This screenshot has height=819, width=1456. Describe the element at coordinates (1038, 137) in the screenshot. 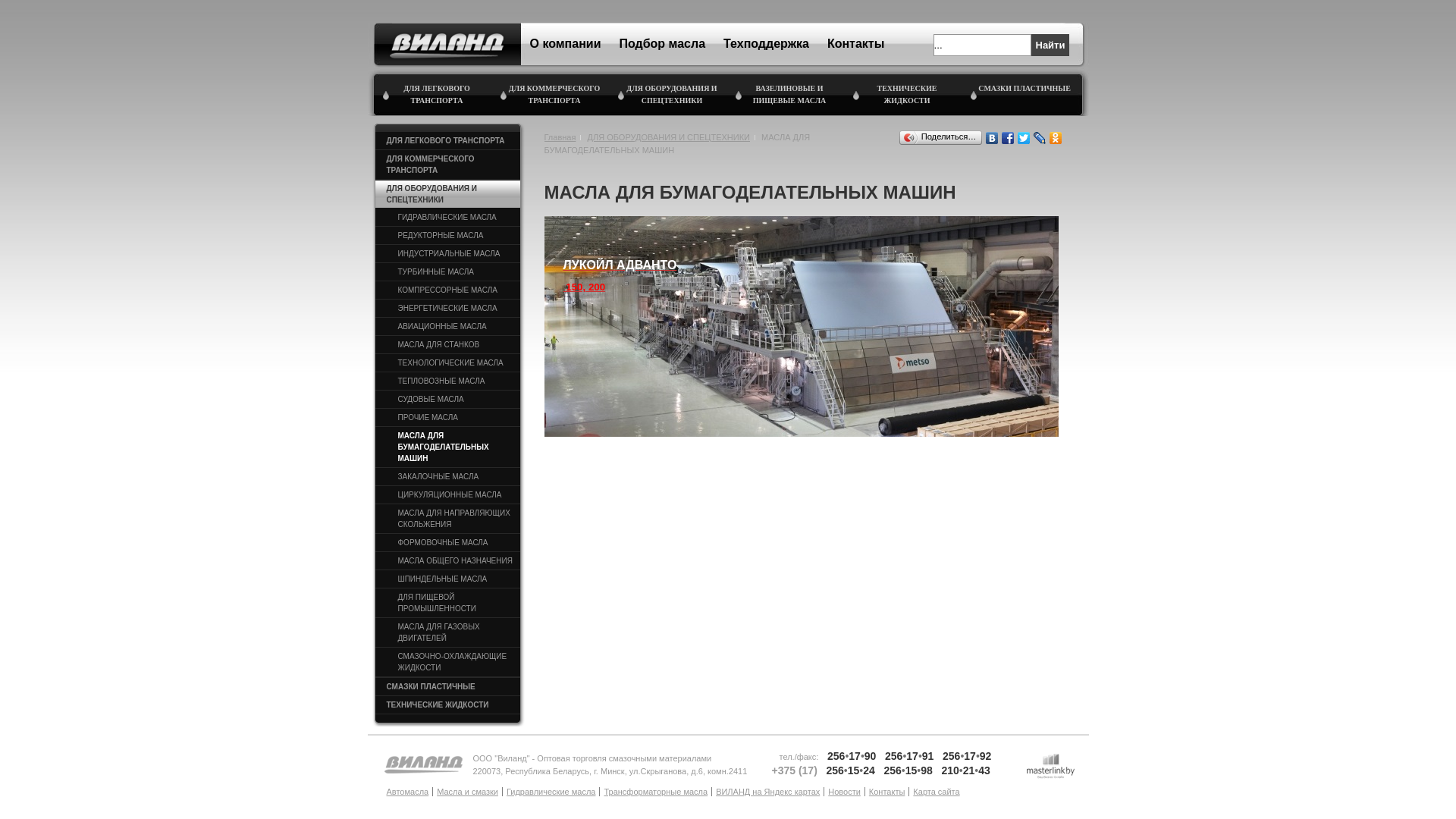

I see `'LiveJournal'` at that location.